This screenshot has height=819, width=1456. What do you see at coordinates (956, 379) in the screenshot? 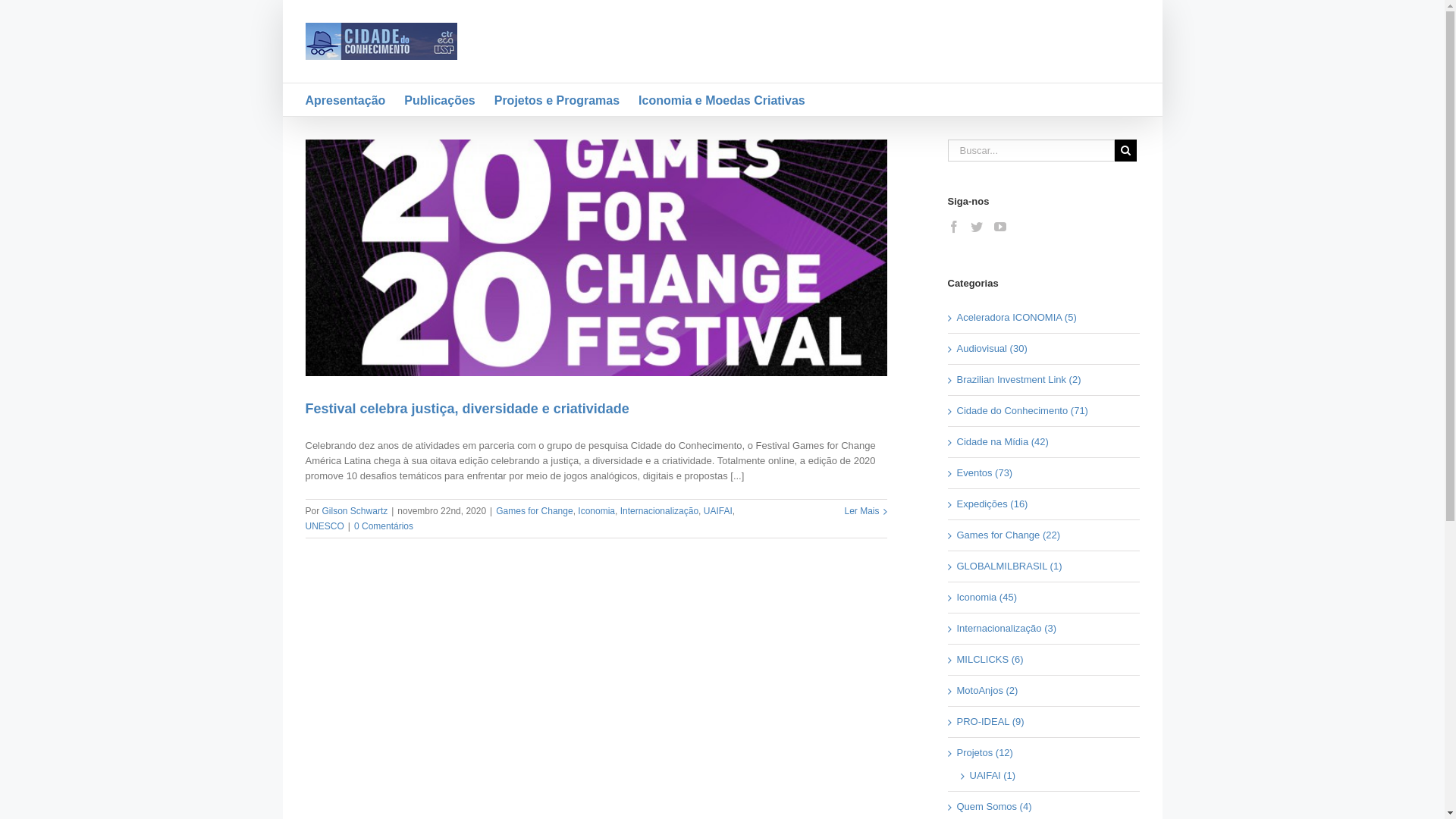
I see `'Brazilian Investment Link (2)'` at bounding box center [956, 379].